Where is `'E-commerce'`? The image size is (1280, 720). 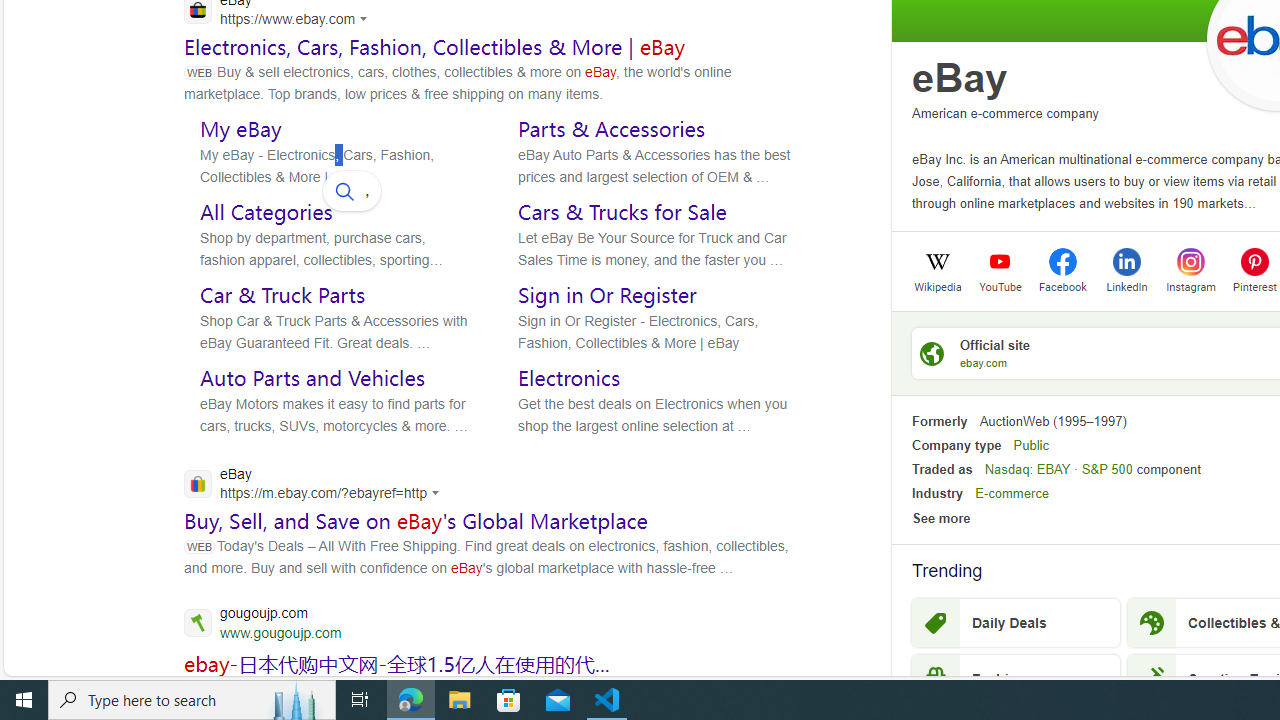
'E-commerce' is located at coordinates (1012, 493).